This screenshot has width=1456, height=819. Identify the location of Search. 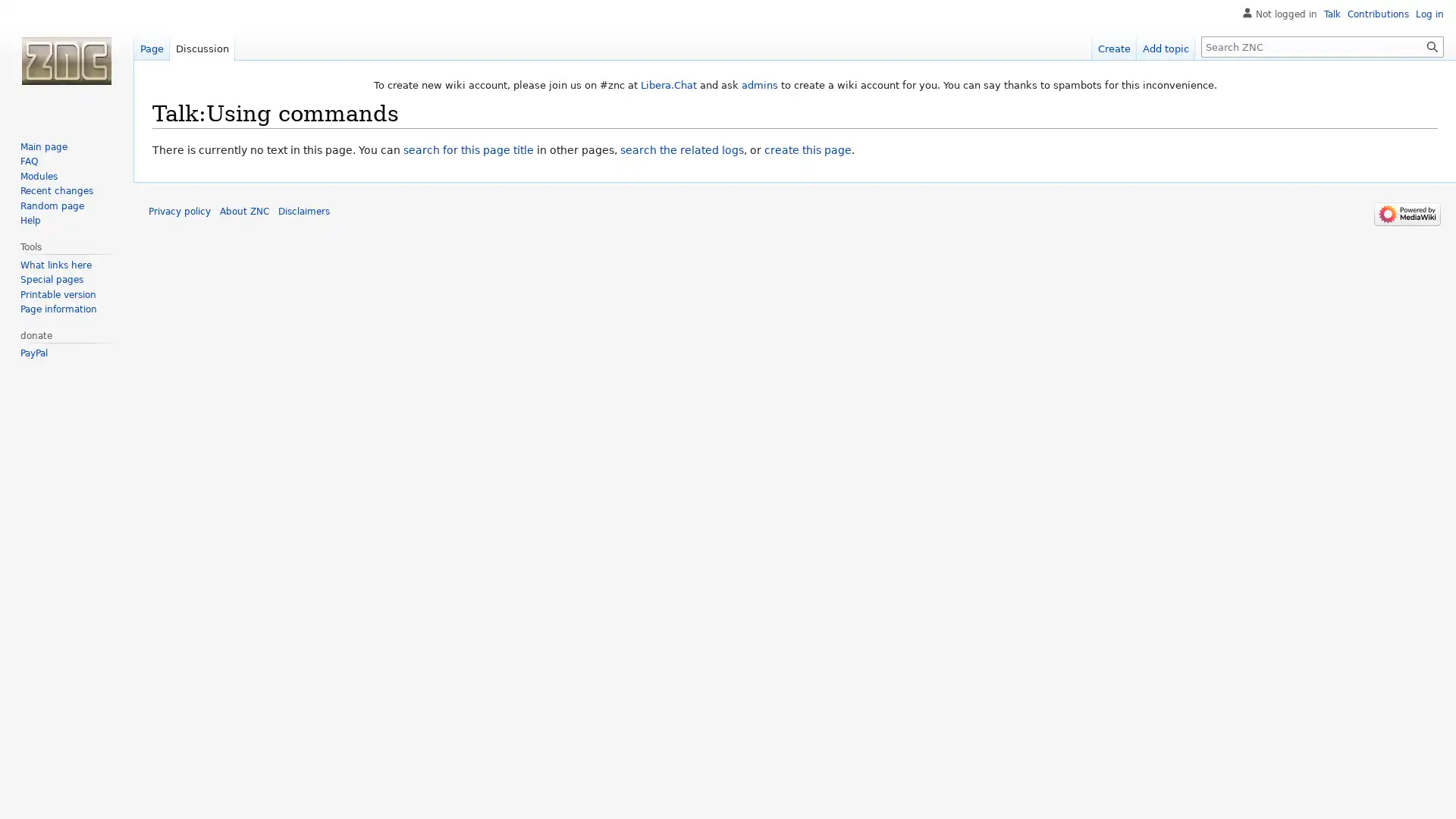
(1432, 45).